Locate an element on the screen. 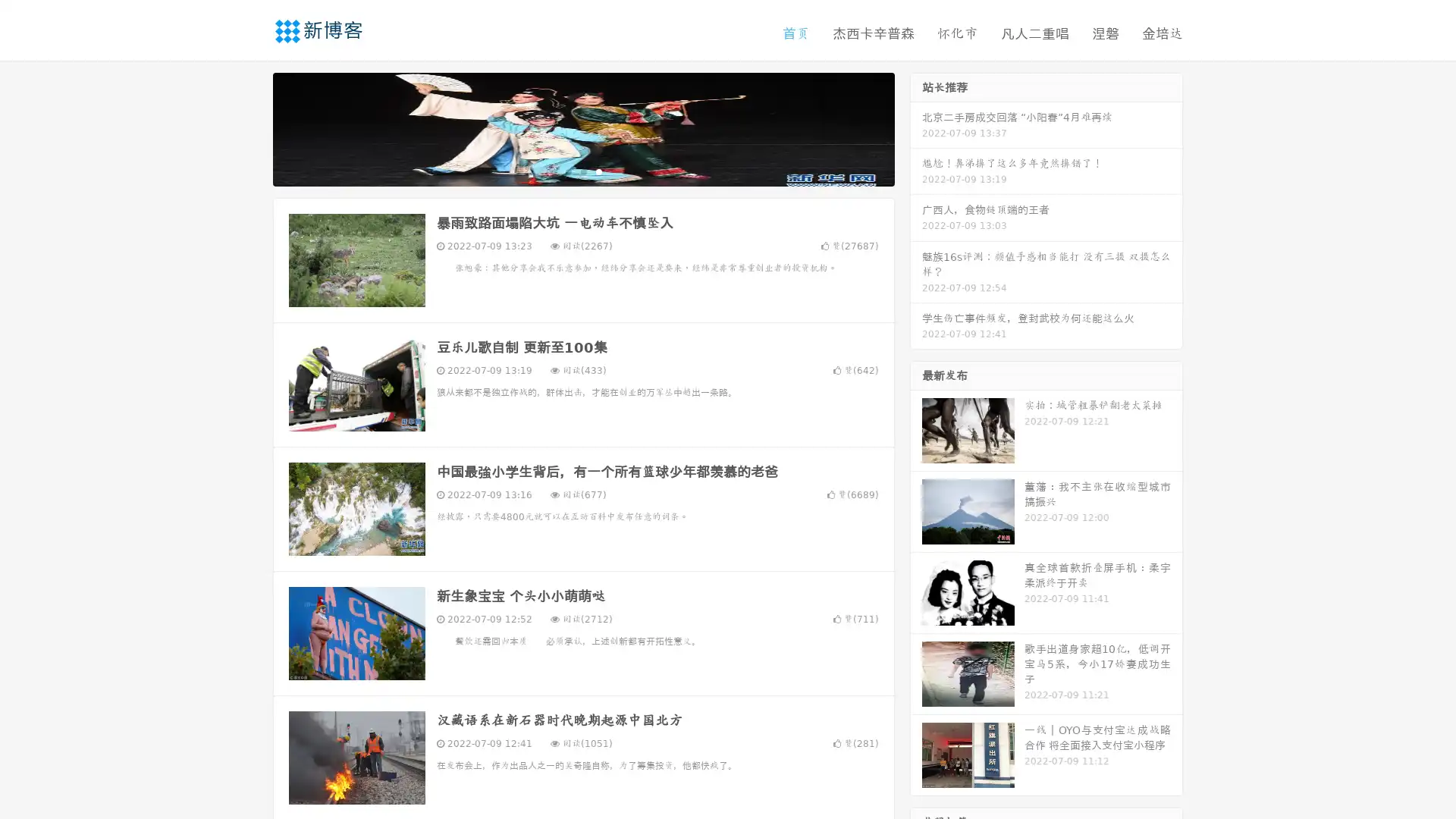 Image resolution: width=1456 pixels, height=819 pixels. Previous slide is located at coordinates (250, 127).